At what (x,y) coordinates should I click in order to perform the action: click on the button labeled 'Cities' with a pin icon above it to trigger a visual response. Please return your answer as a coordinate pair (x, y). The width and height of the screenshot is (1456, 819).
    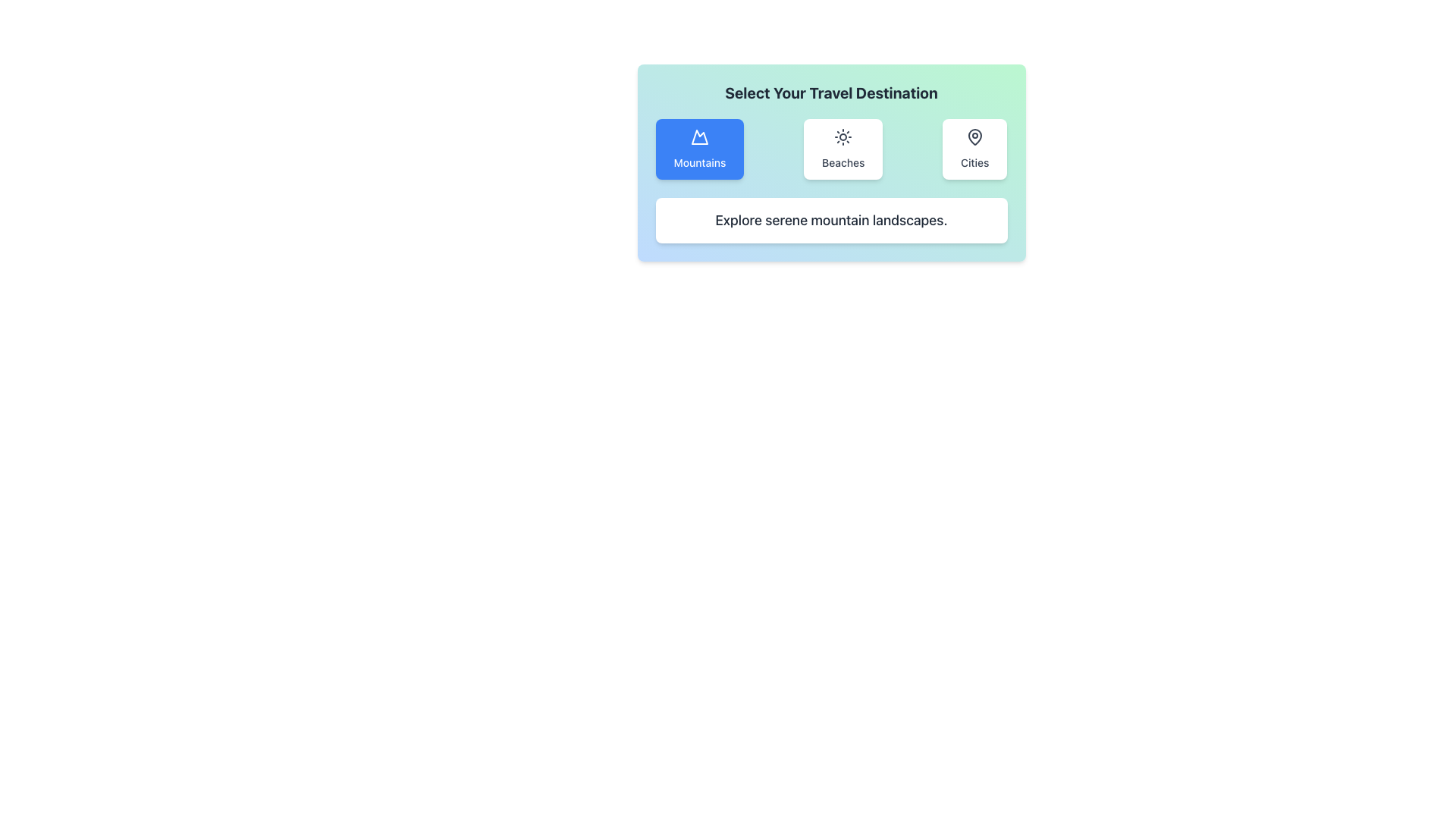
    Looking at the image, I should click on (974, 149).